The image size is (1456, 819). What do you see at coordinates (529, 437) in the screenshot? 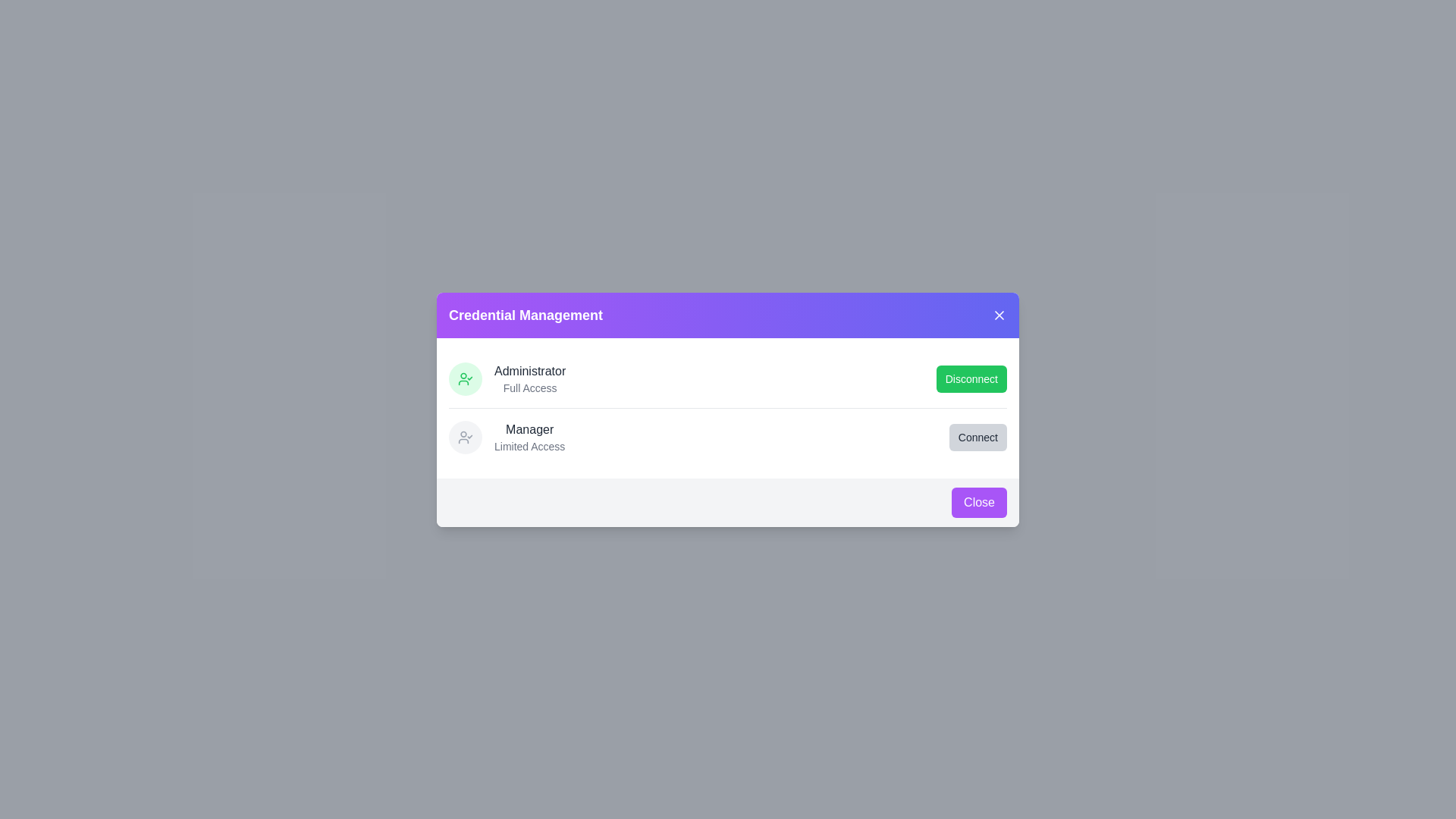
I see `the static text label displaying 'Manager' with 'Limited Access' underneath, located within a modal, to the right of a gray user icon` at bounding box center [529, 437].